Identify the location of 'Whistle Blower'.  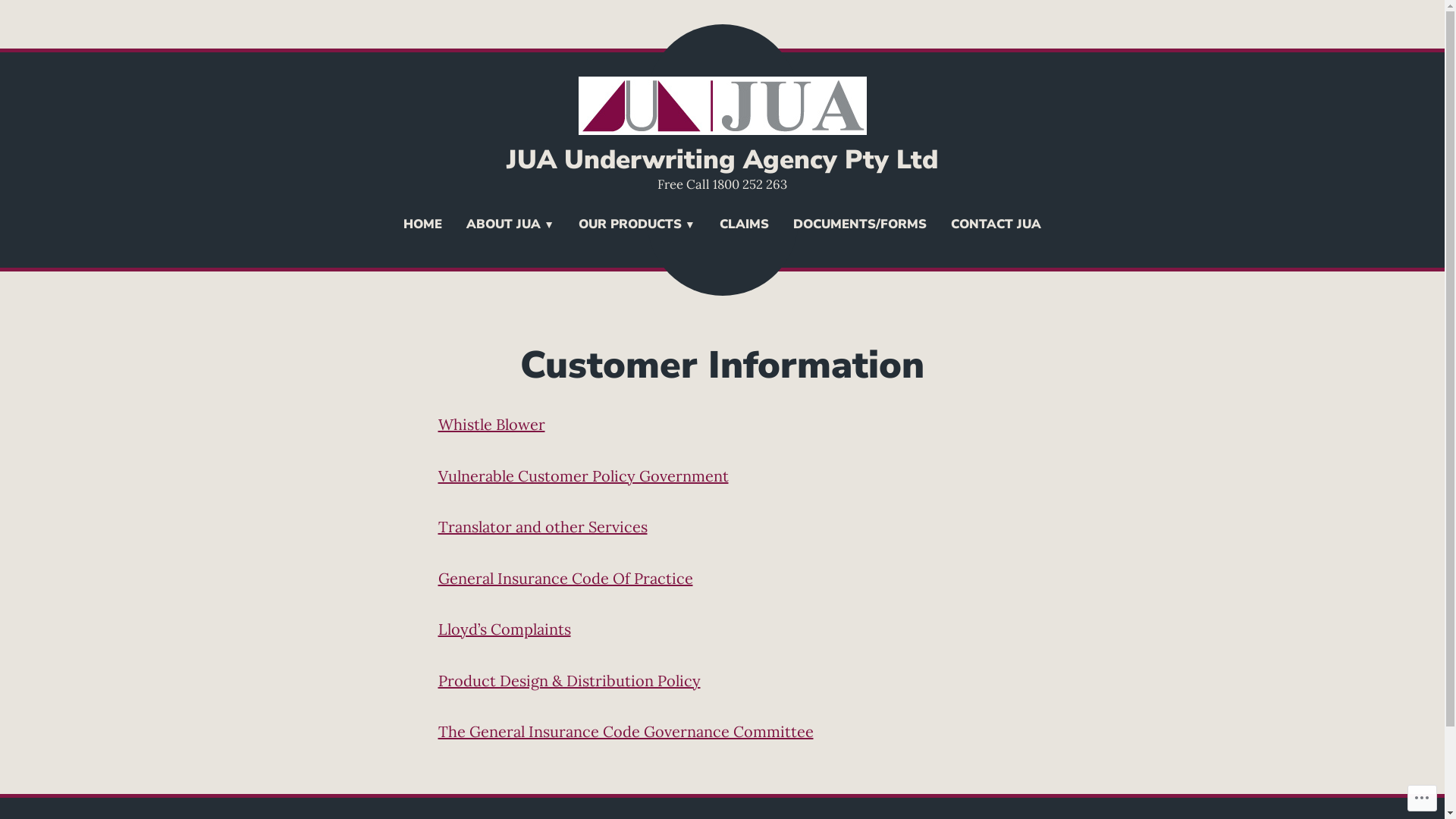
(491, 424).